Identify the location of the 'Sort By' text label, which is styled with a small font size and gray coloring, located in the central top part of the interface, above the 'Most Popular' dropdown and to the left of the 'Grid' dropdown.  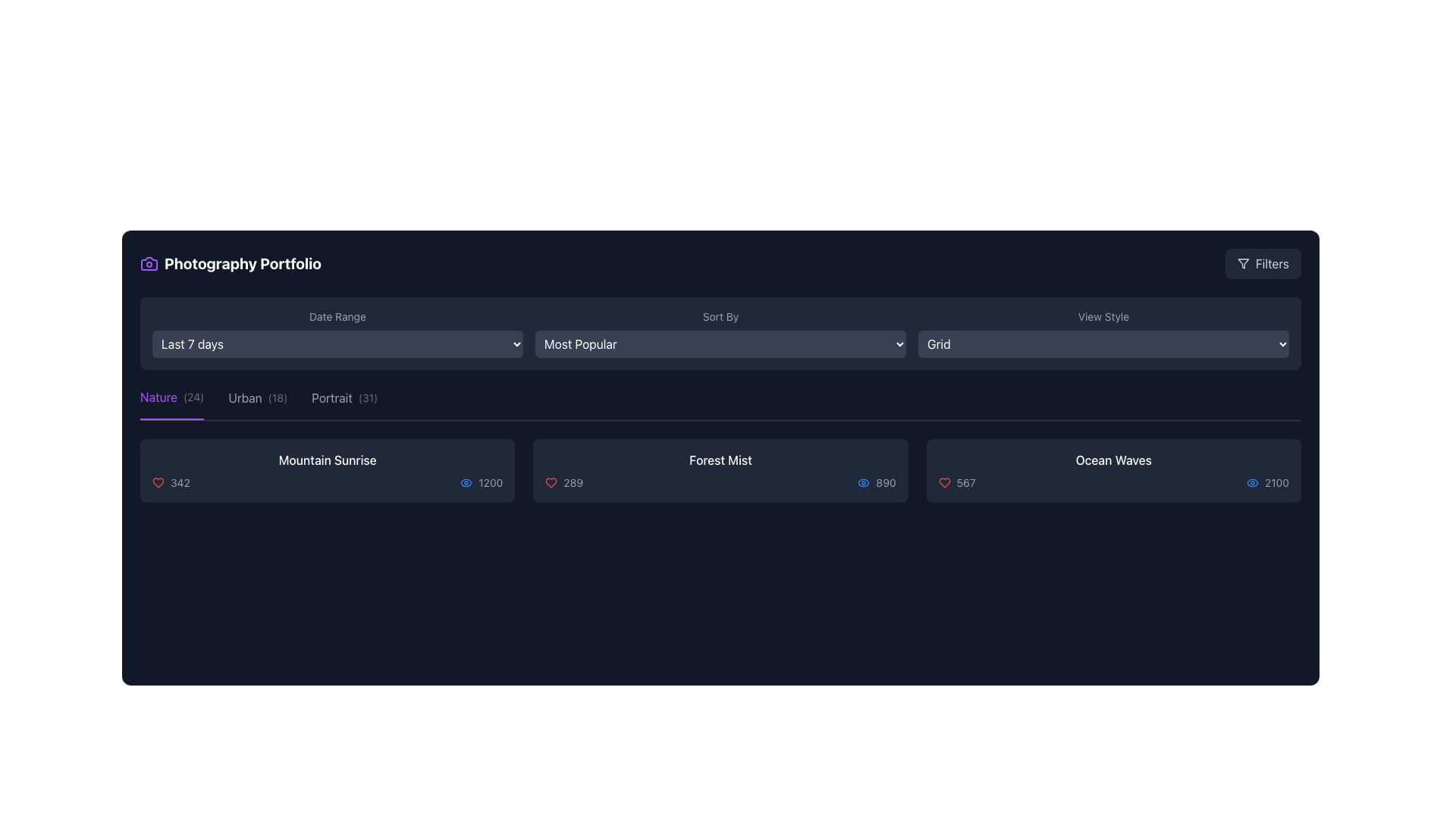
(720, 315).